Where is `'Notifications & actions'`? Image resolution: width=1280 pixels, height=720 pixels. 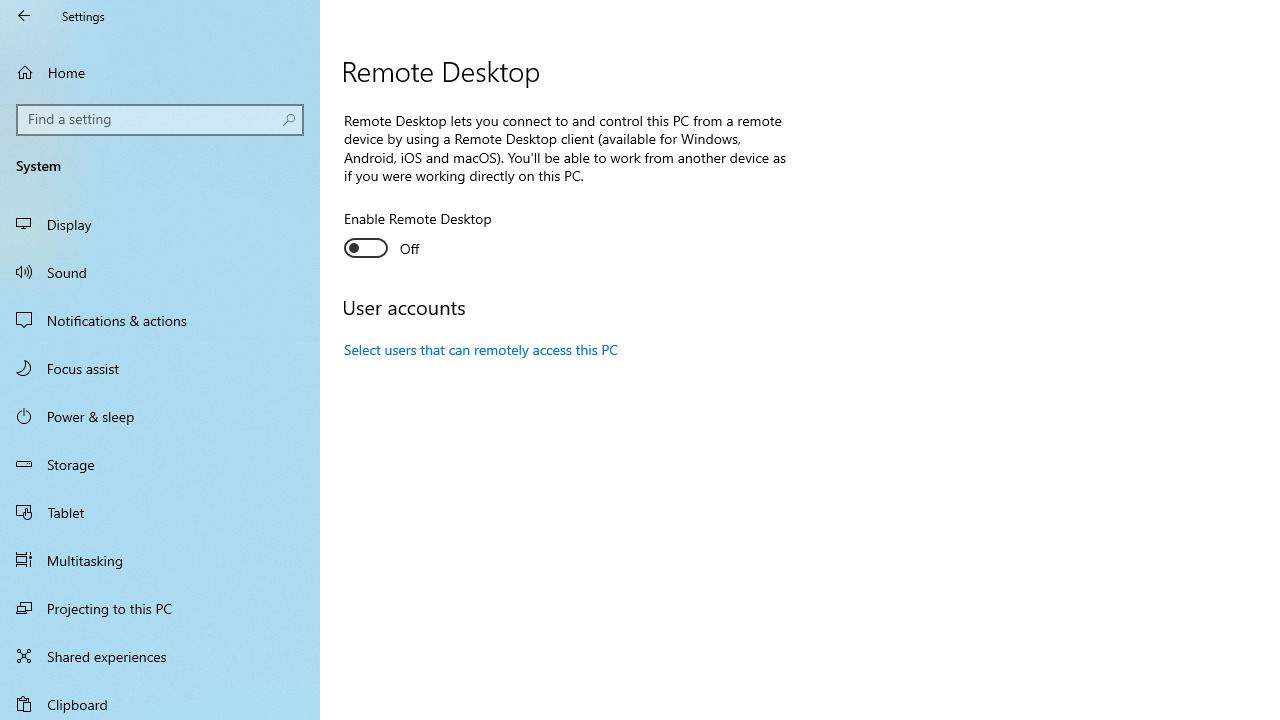
'Notifications & actions' is located at coordinates (160, 319).